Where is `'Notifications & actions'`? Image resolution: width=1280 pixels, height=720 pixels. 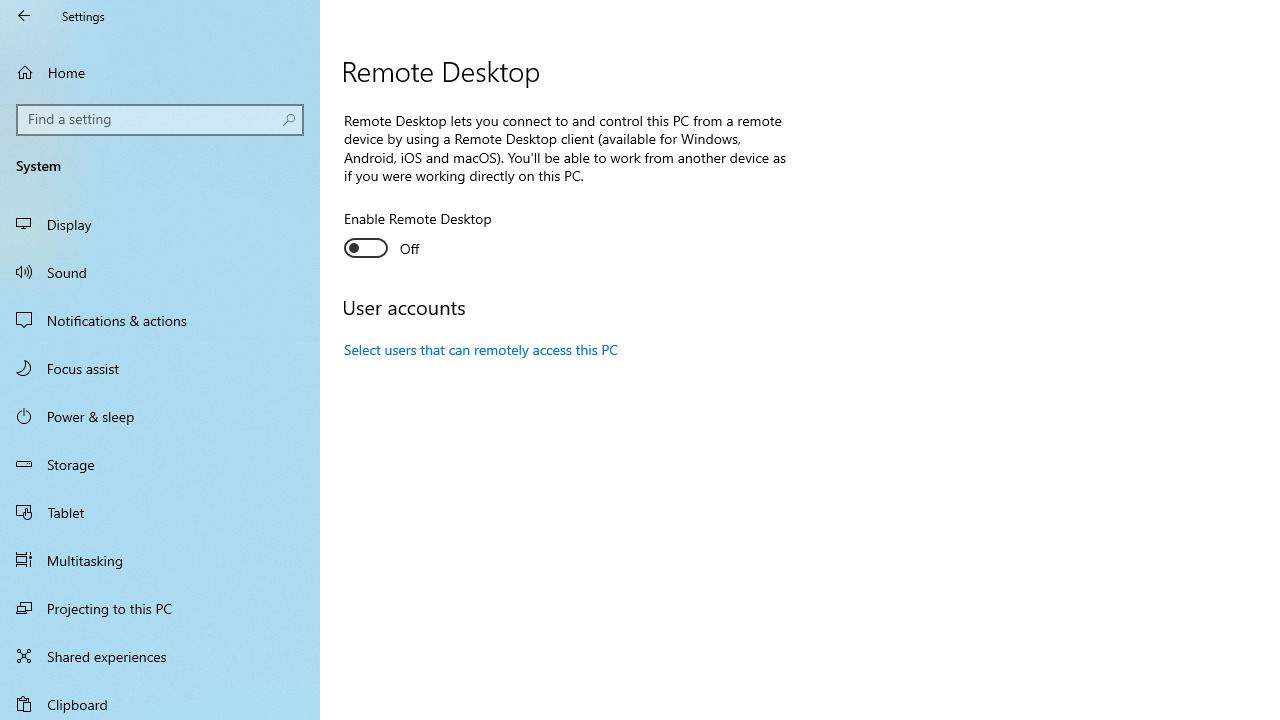
'Notifications & actions' is located at coordinates (160, 319).